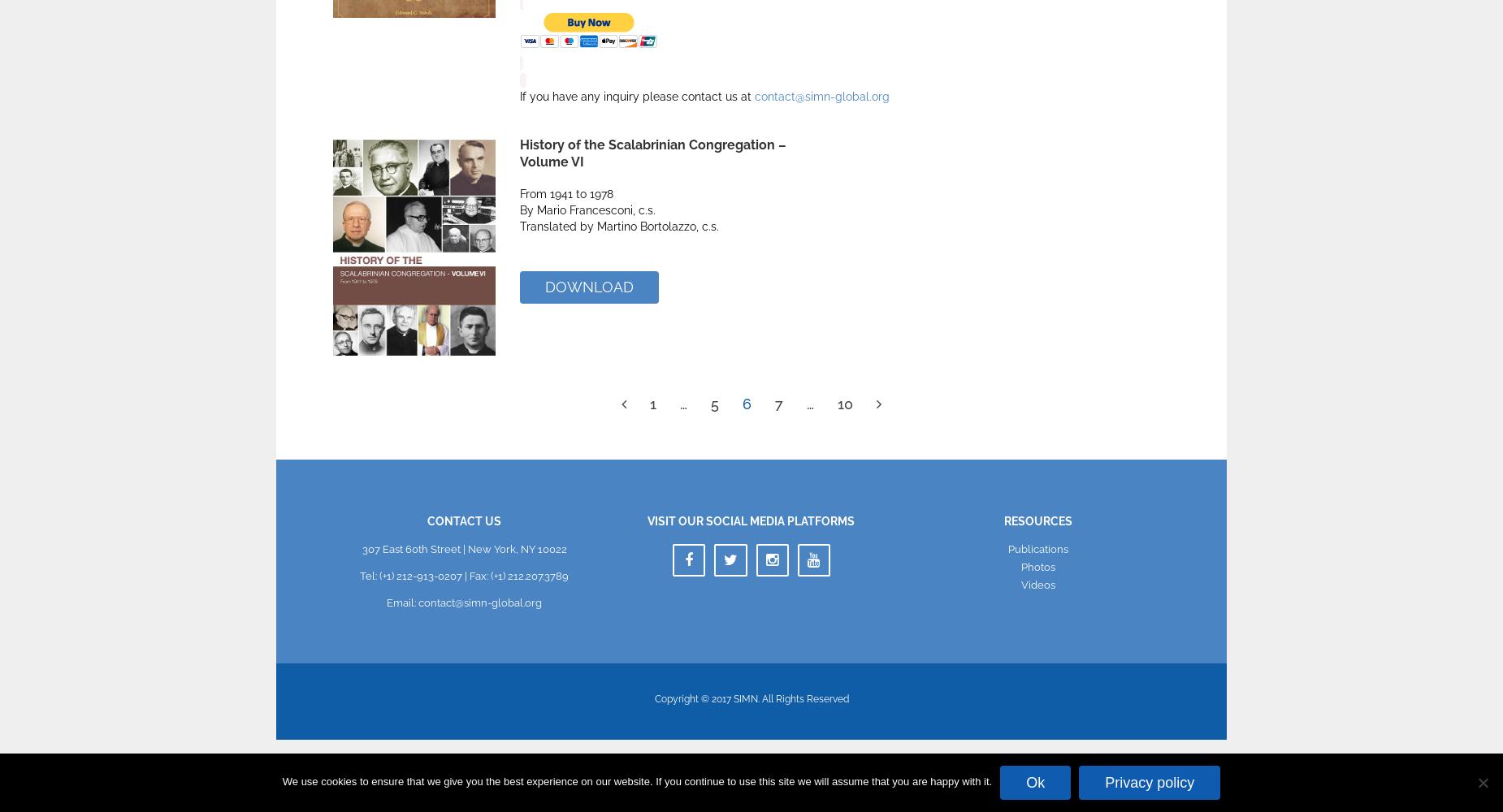  I want to click on 'contact@simn-global.org', so click(821, 96).